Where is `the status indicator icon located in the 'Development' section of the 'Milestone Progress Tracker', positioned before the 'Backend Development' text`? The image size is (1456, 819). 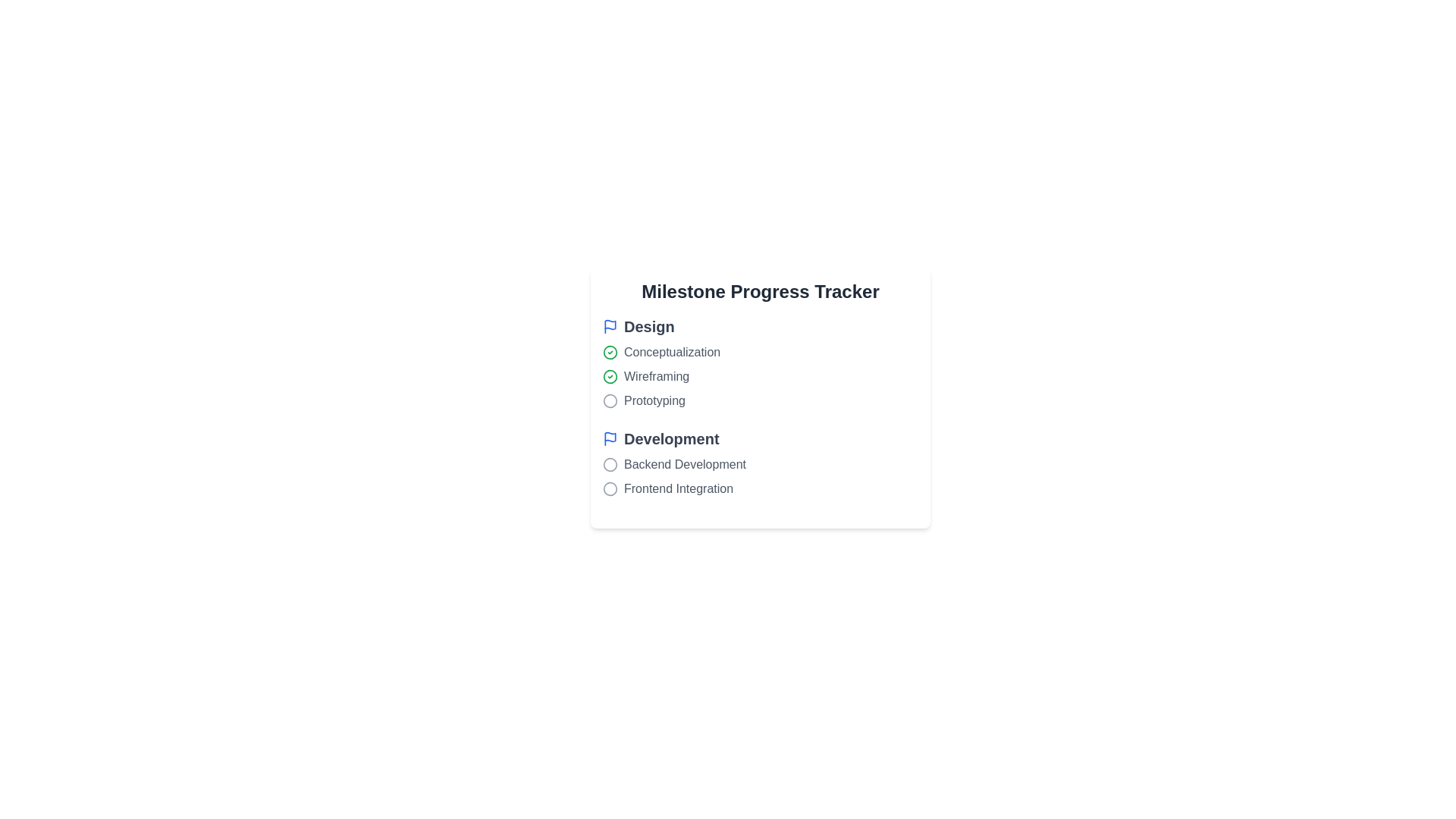
the status indicator icon located in the 'Development' section of the 'Milestone Progress Tracker', positioned before the 'Backend Development' text is located at coordinates (610, 464).